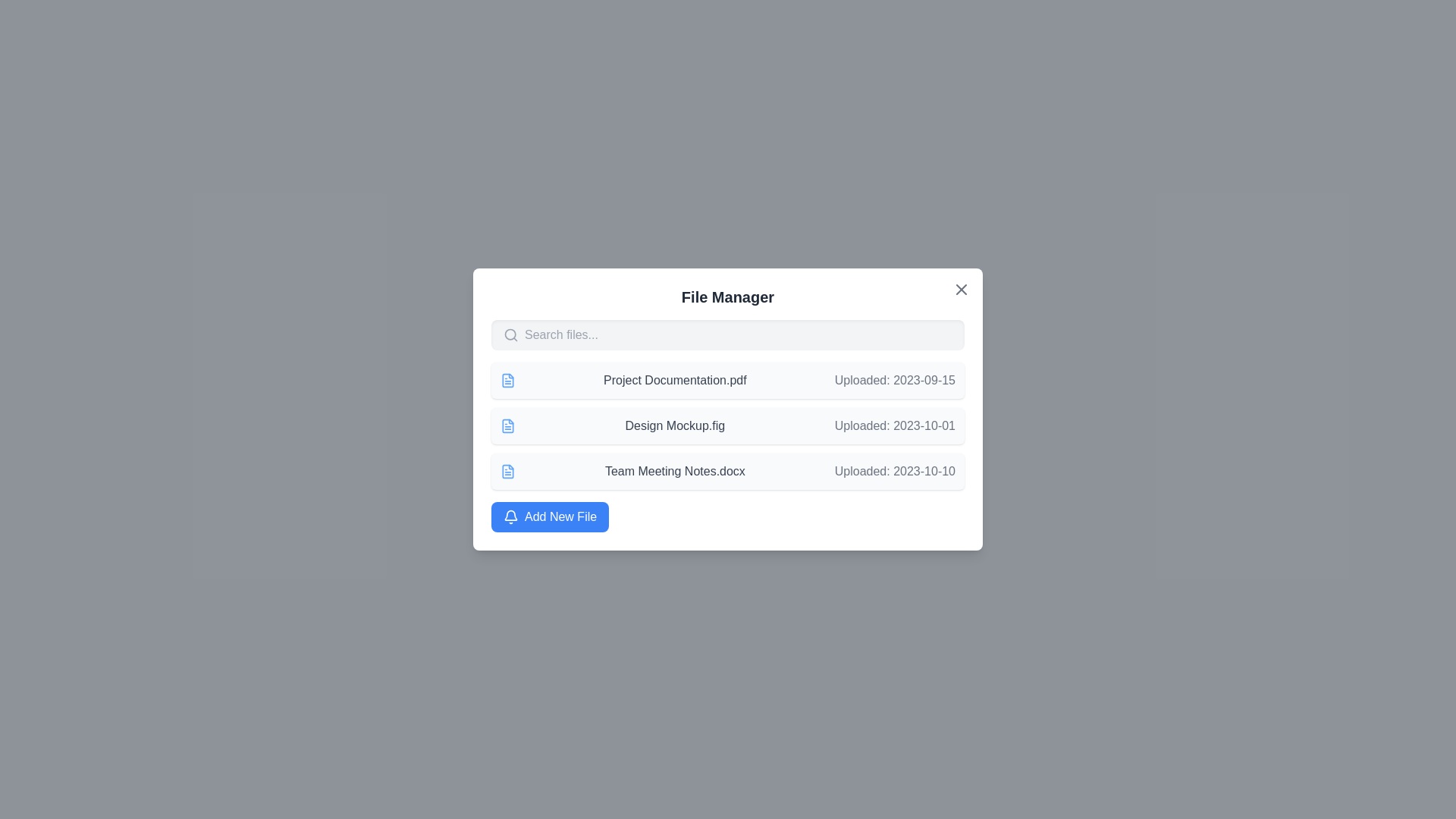 The width and height of the screenshot is (1456, 819). What do you see at coordinates (674, 470) in the screenshot?
I see `the third file name display in the file manager interface, located between a blue file icon and a gray 'Uploaded: 2023-10-10' tag` at bounding box center [674, 470].